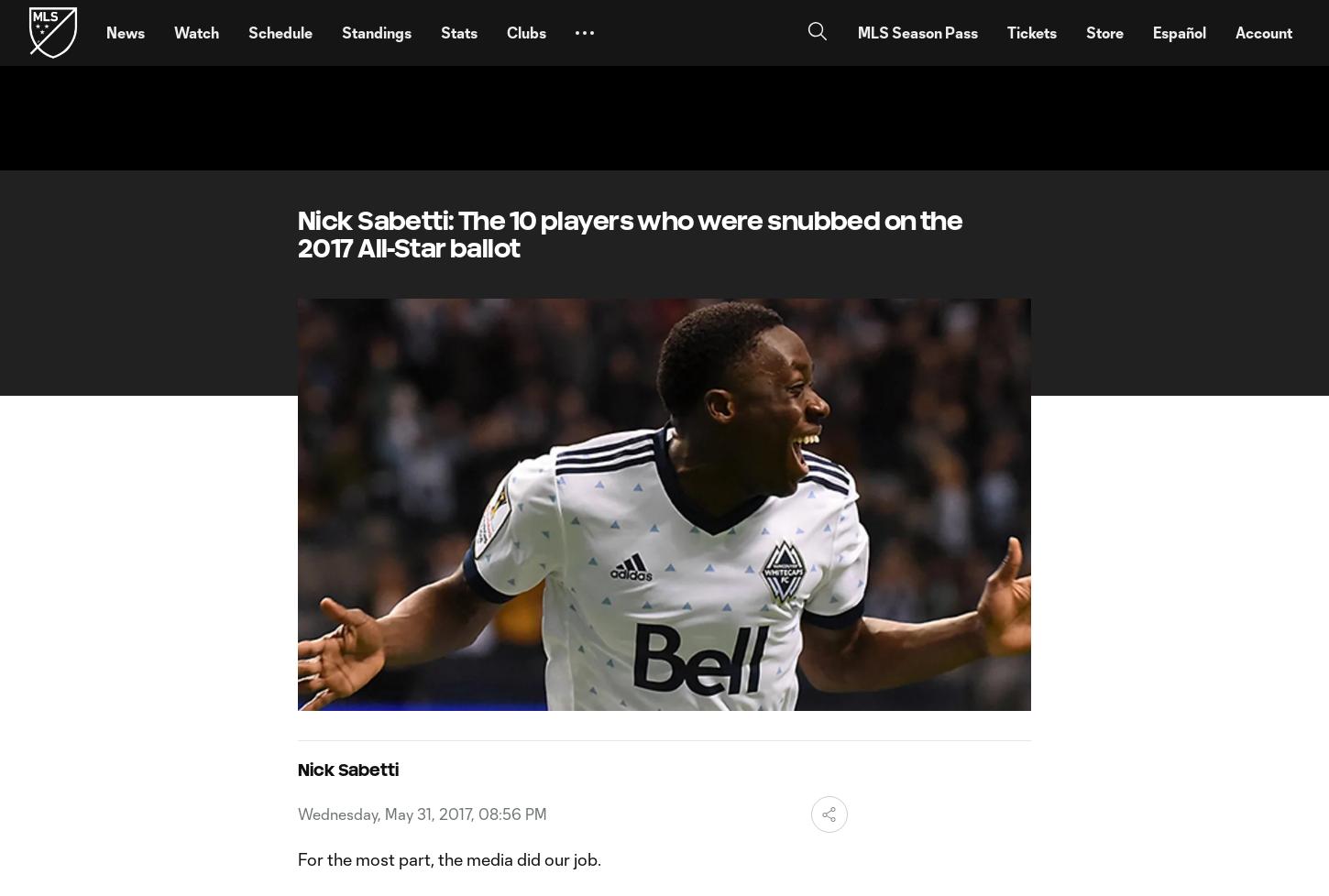 The height and width of the screenshot is (896, 1329). I want to click on 'Account', so click(1262, 32).